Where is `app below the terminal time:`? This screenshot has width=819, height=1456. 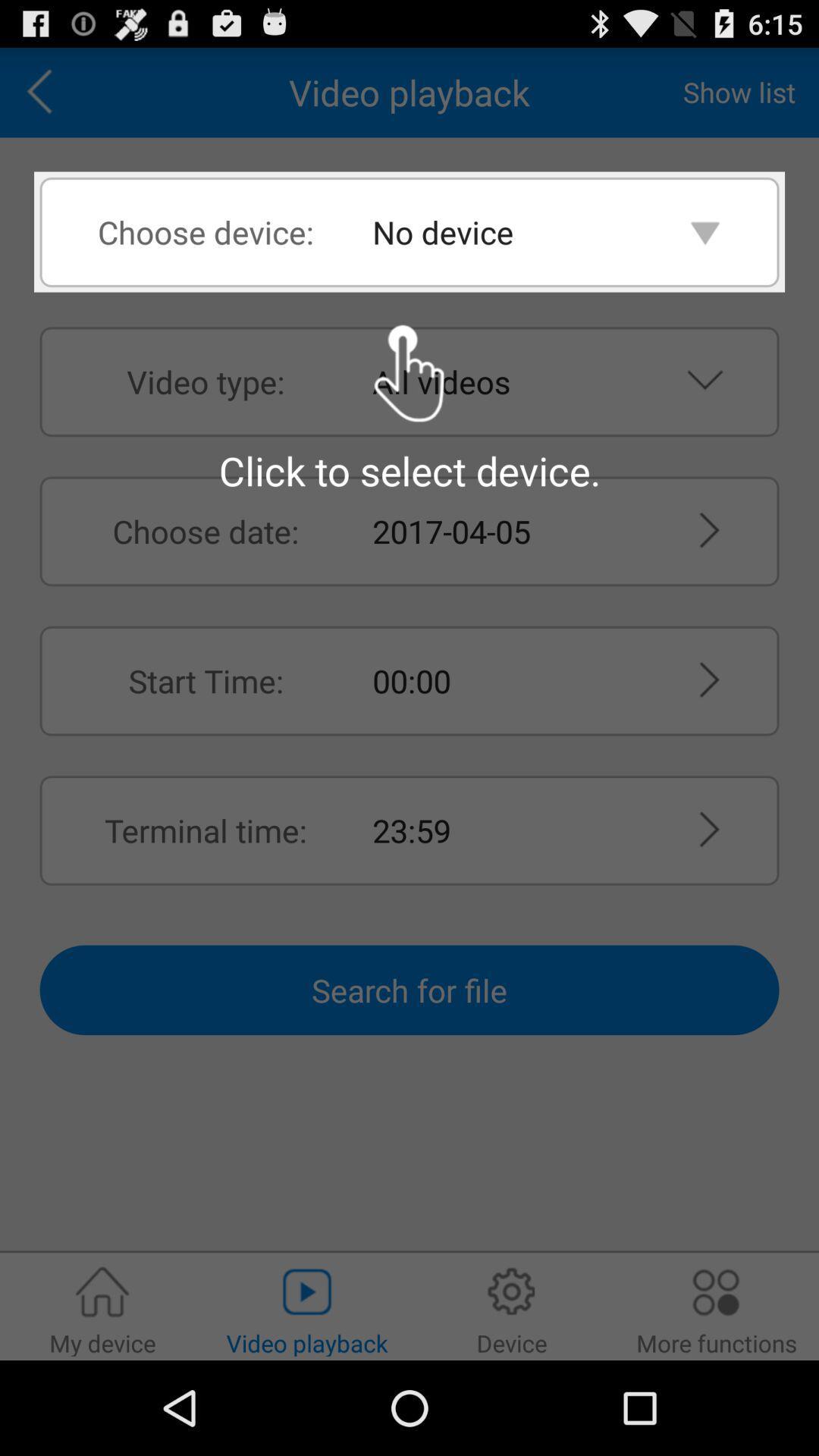
app below the terminal time: is located at coordinates (409, 990).